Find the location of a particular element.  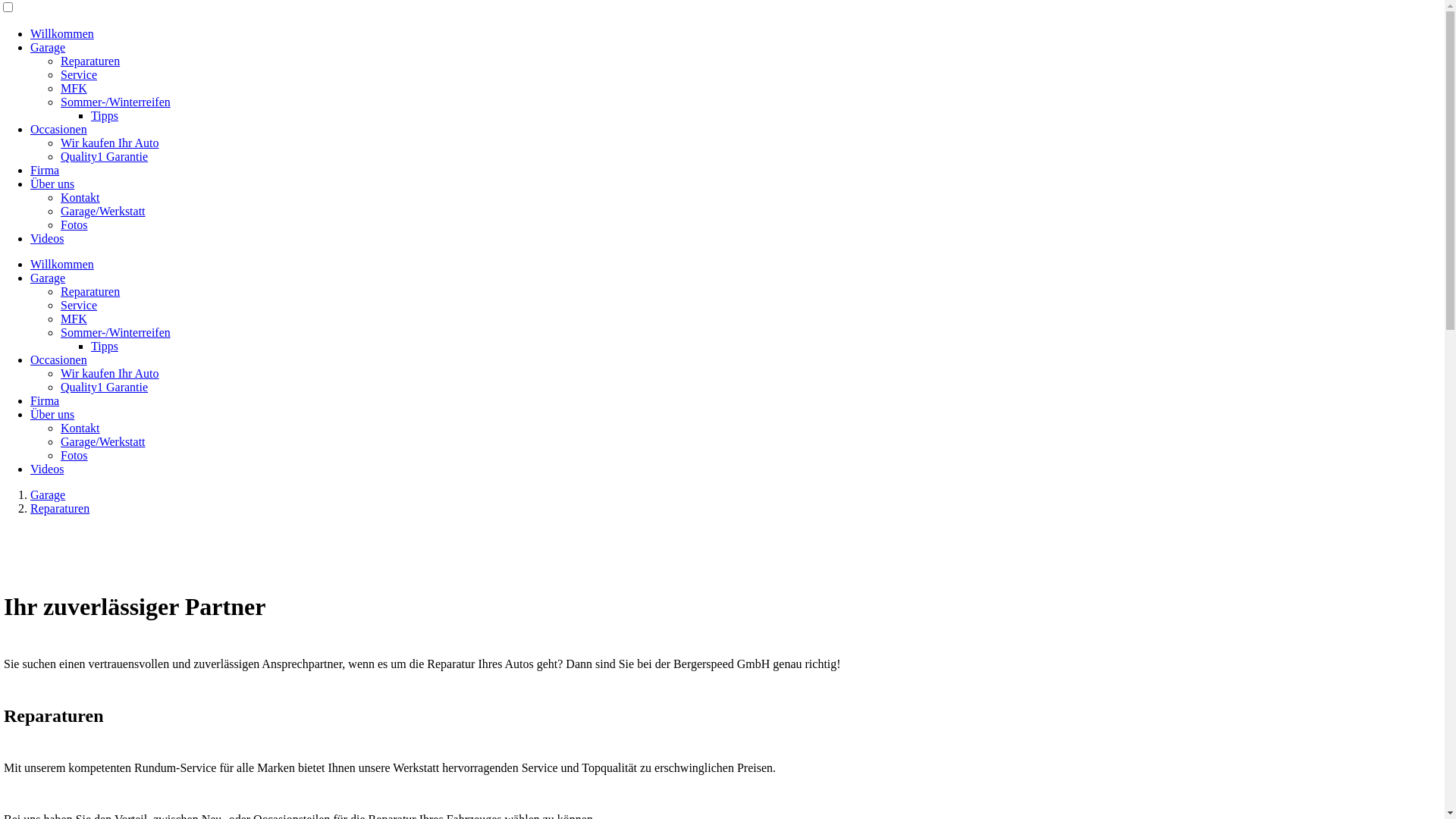

'Willkommen' is located at coordinates (30, 263).